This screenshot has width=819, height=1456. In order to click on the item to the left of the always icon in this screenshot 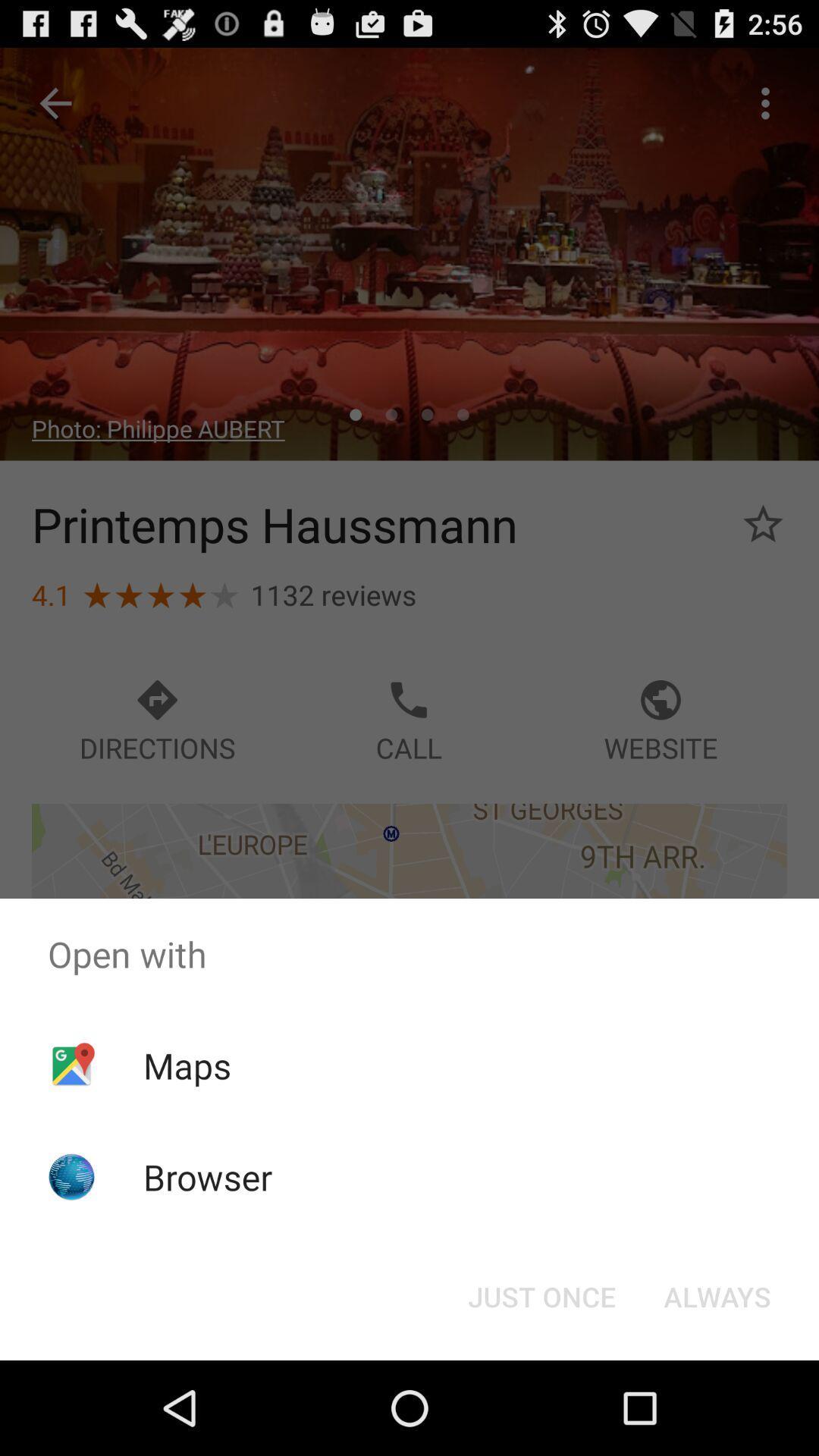, I will do `click(541, 1295)`.